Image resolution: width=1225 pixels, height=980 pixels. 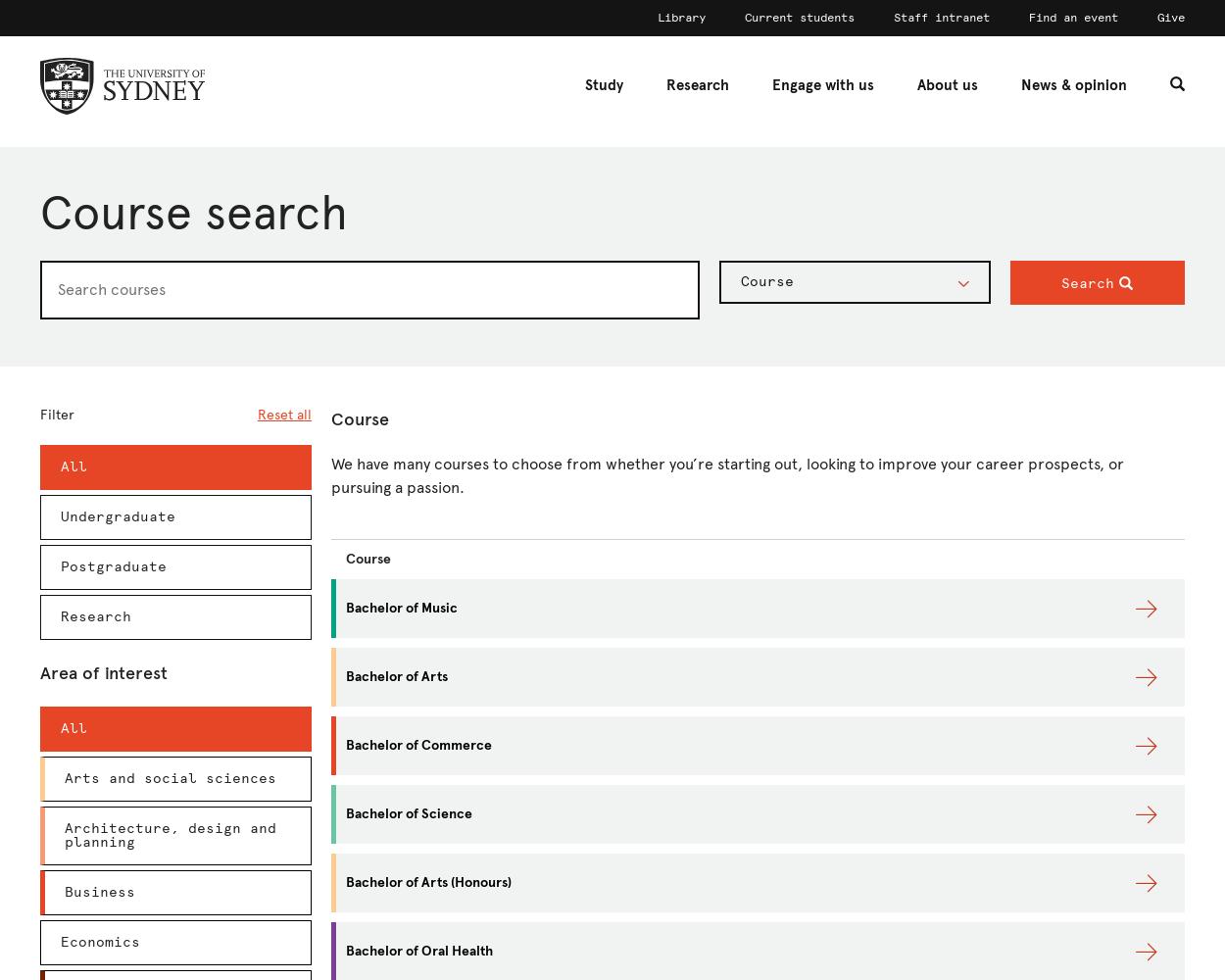 What do you see at coordinates (345, 745) in the screenshot?
I see `'Bachelor of Commerce'` at bounding box center [345, 745].